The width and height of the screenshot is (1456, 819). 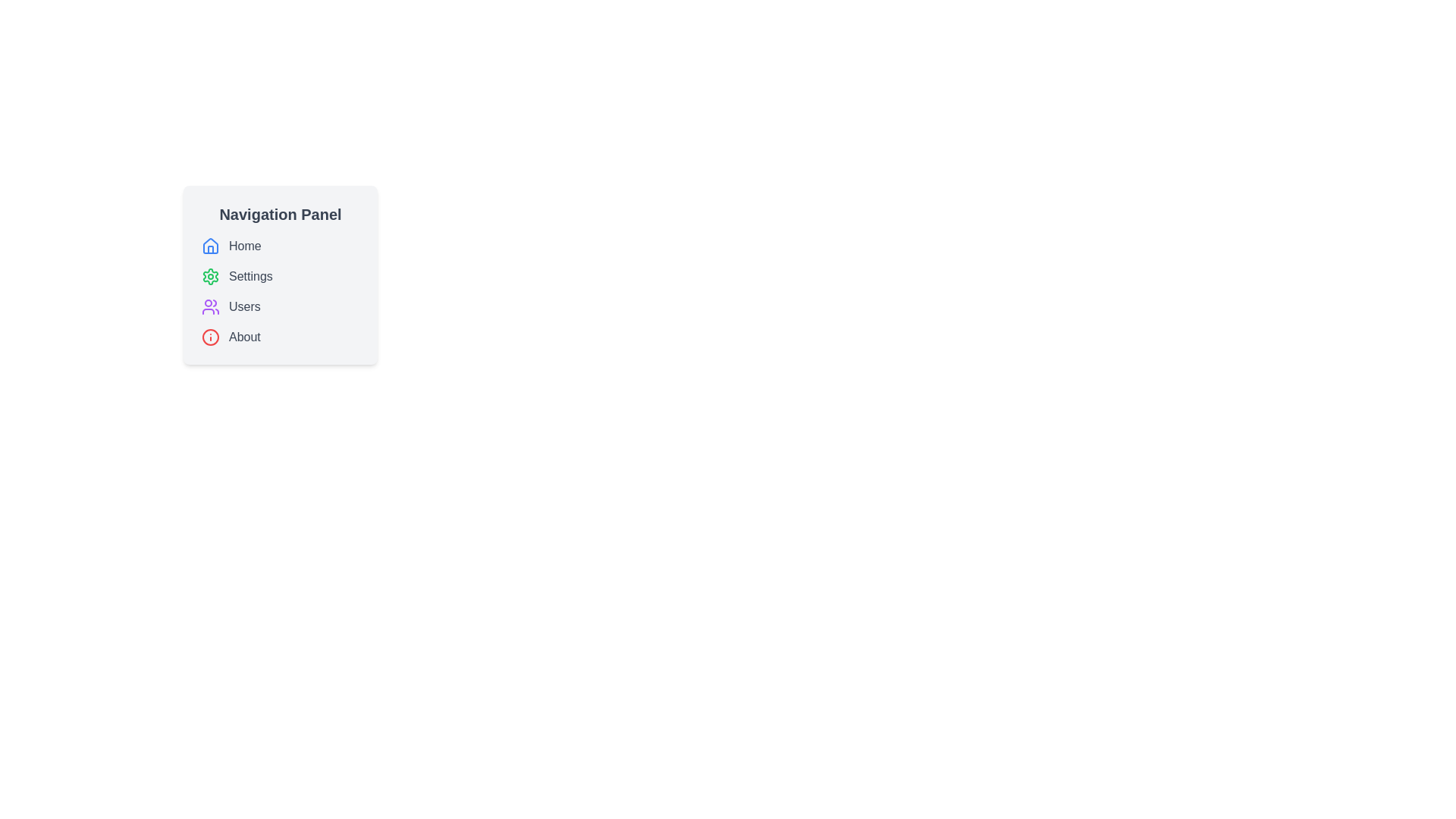 I want to click on the settings icon in the vertical navigation panel, located below the home icon and above the users icon, so click(x=210, y=277).